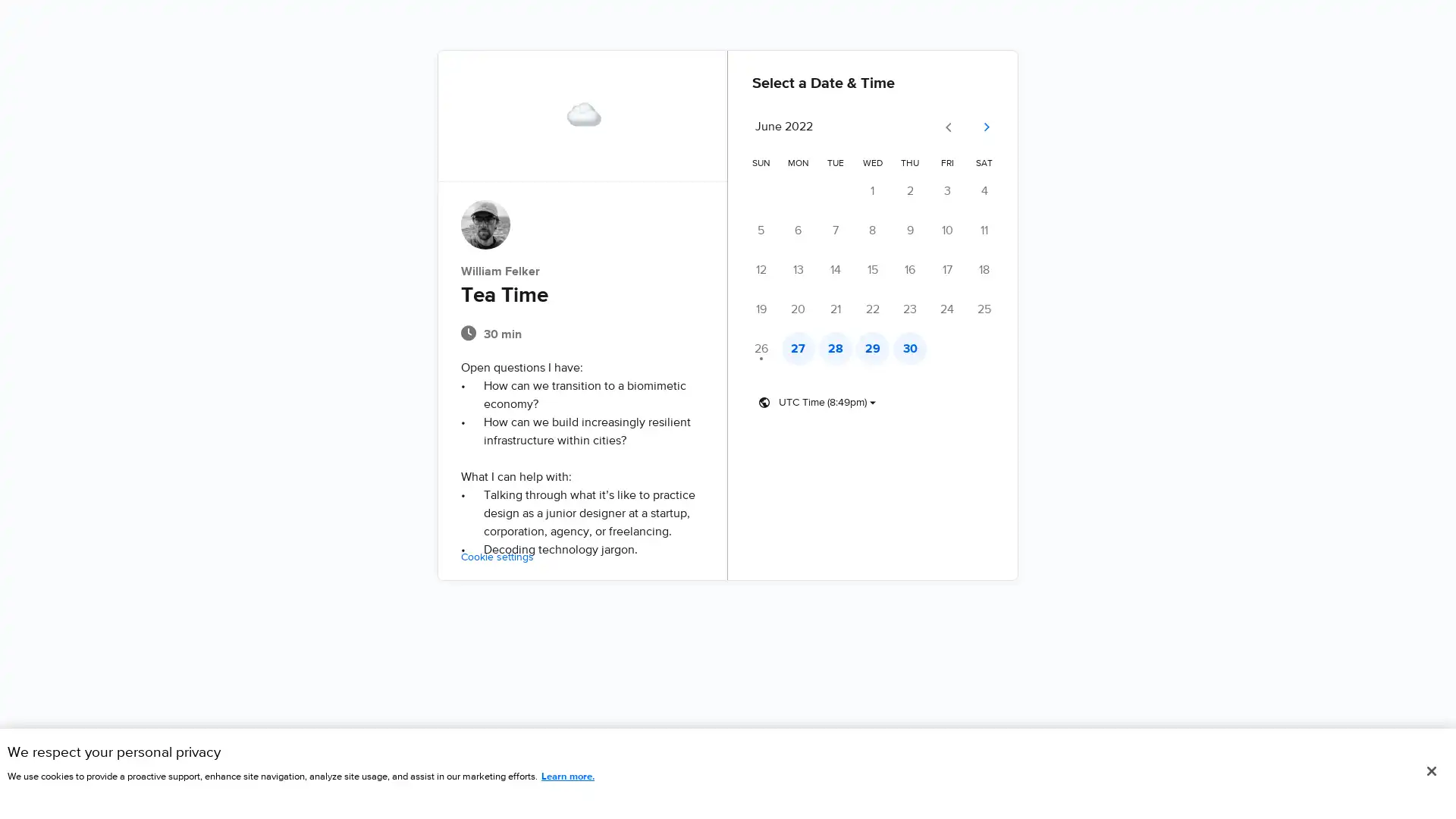 The height and width of the screenshot is (819, 1456). Describe the element at coordinates (917, 190) in the screenshot. I see `Thursday, June 2 - No times available` at that location.